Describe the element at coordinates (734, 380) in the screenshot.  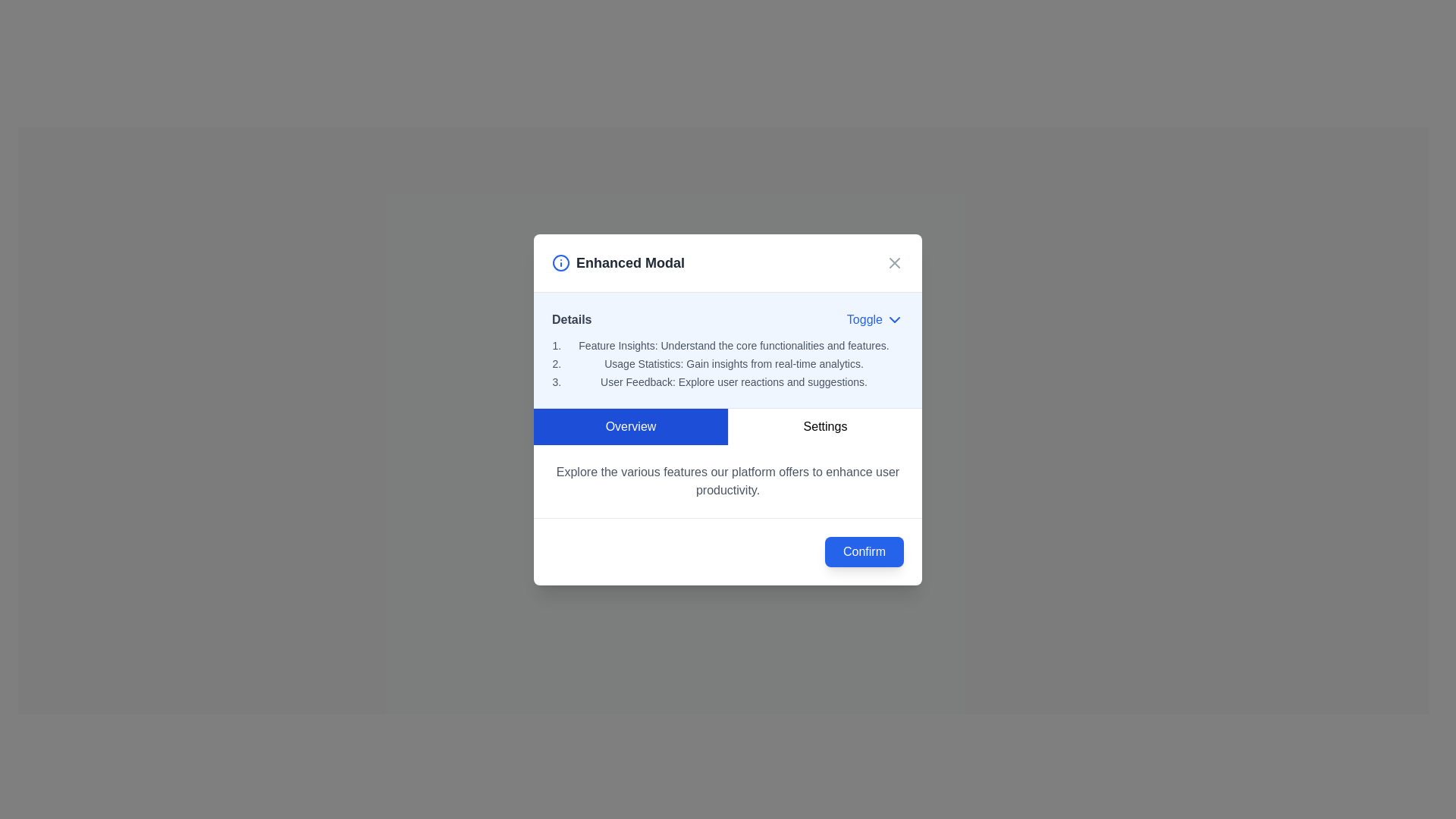
I see `the third text element in the vertical list within the modal dialog under the header 'Details', which summarizes user feedback` at that location.